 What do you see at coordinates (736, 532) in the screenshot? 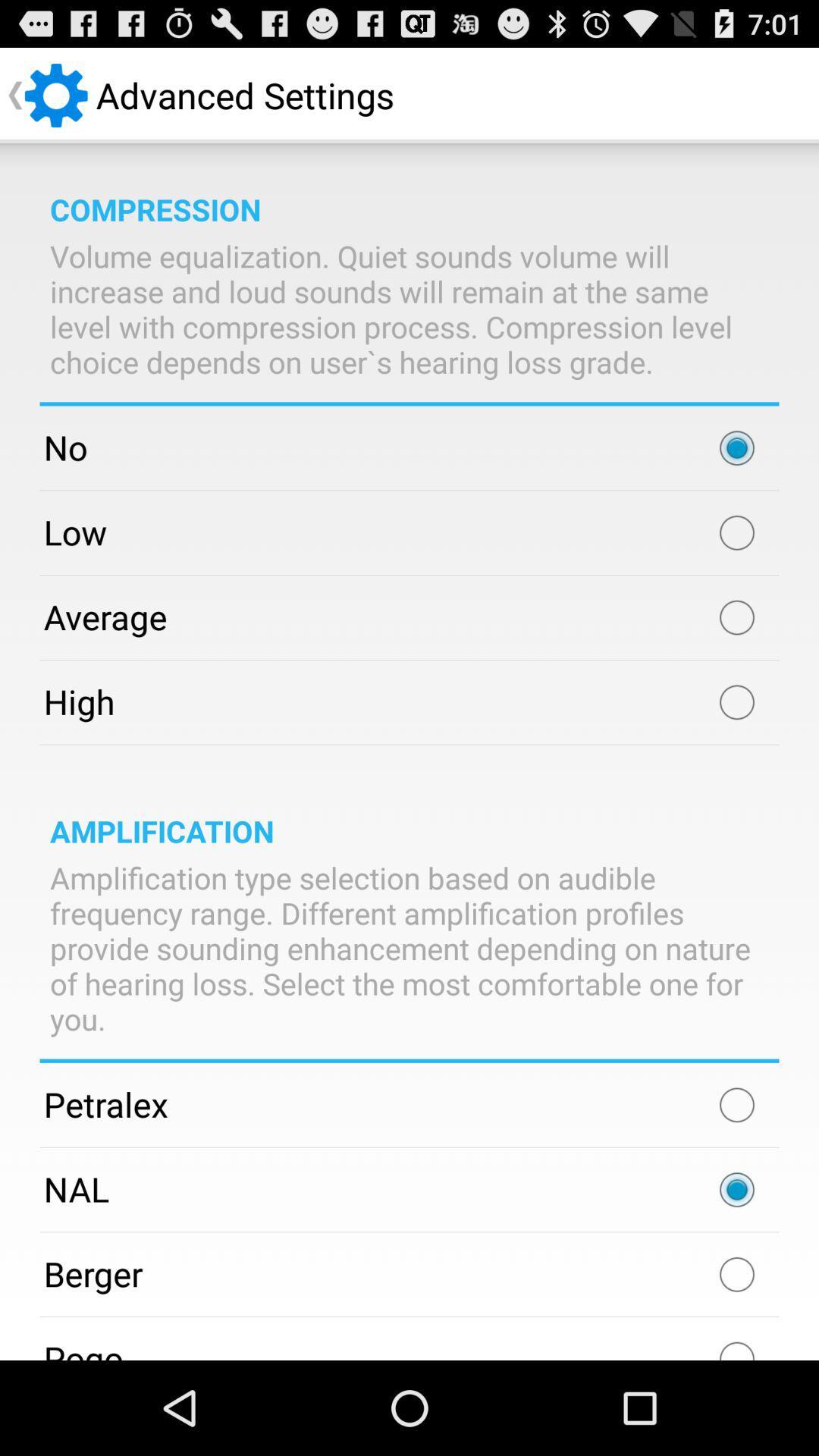
I see `set volume equalization to low` at bounding box center [736, 532].